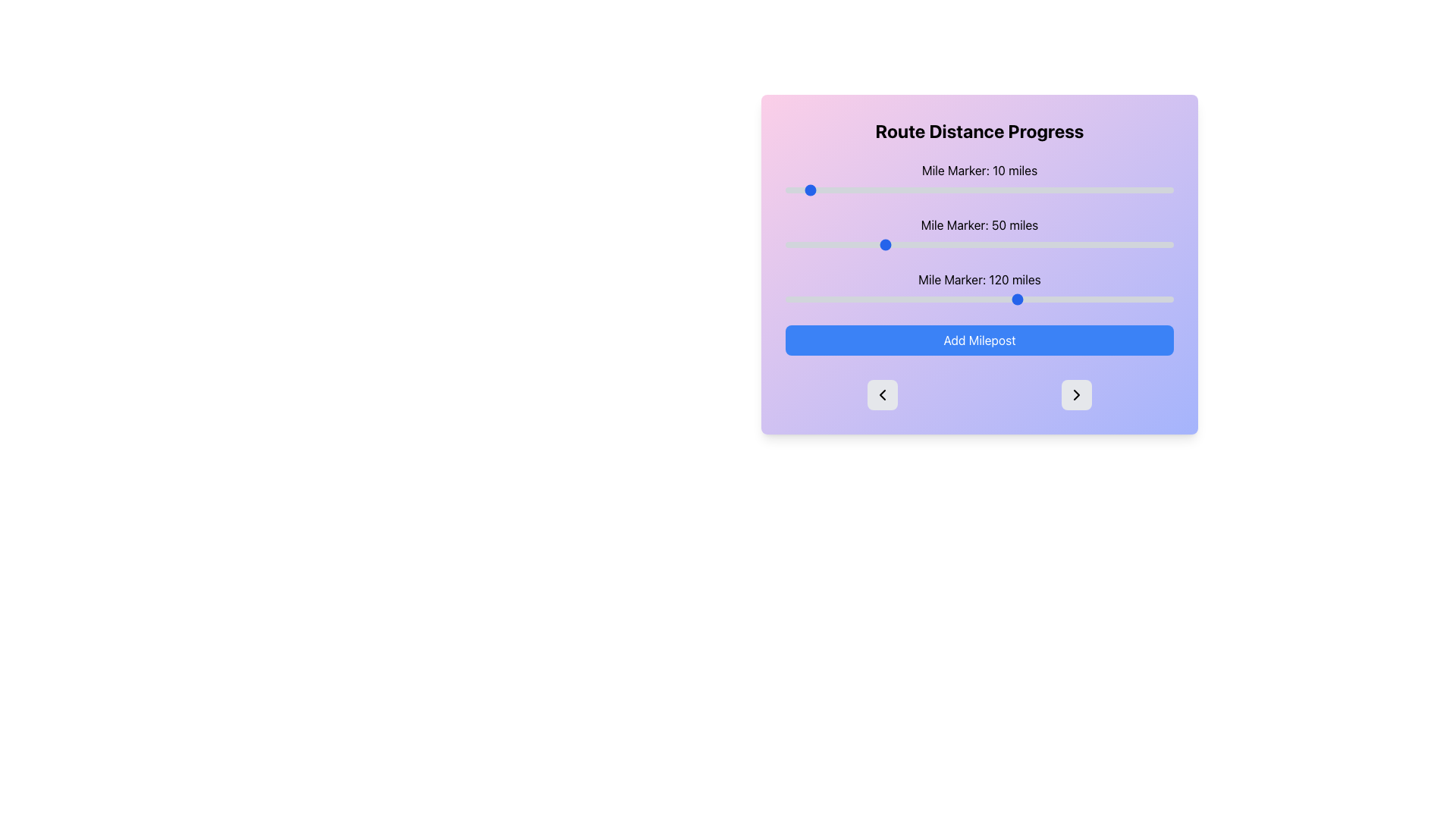 The height and width of the screenshot is (819, 1456). What do you see at coordinates (1081, 299) in the screenshot?
I see `the mile marker` at bounding box center [1081, 299].